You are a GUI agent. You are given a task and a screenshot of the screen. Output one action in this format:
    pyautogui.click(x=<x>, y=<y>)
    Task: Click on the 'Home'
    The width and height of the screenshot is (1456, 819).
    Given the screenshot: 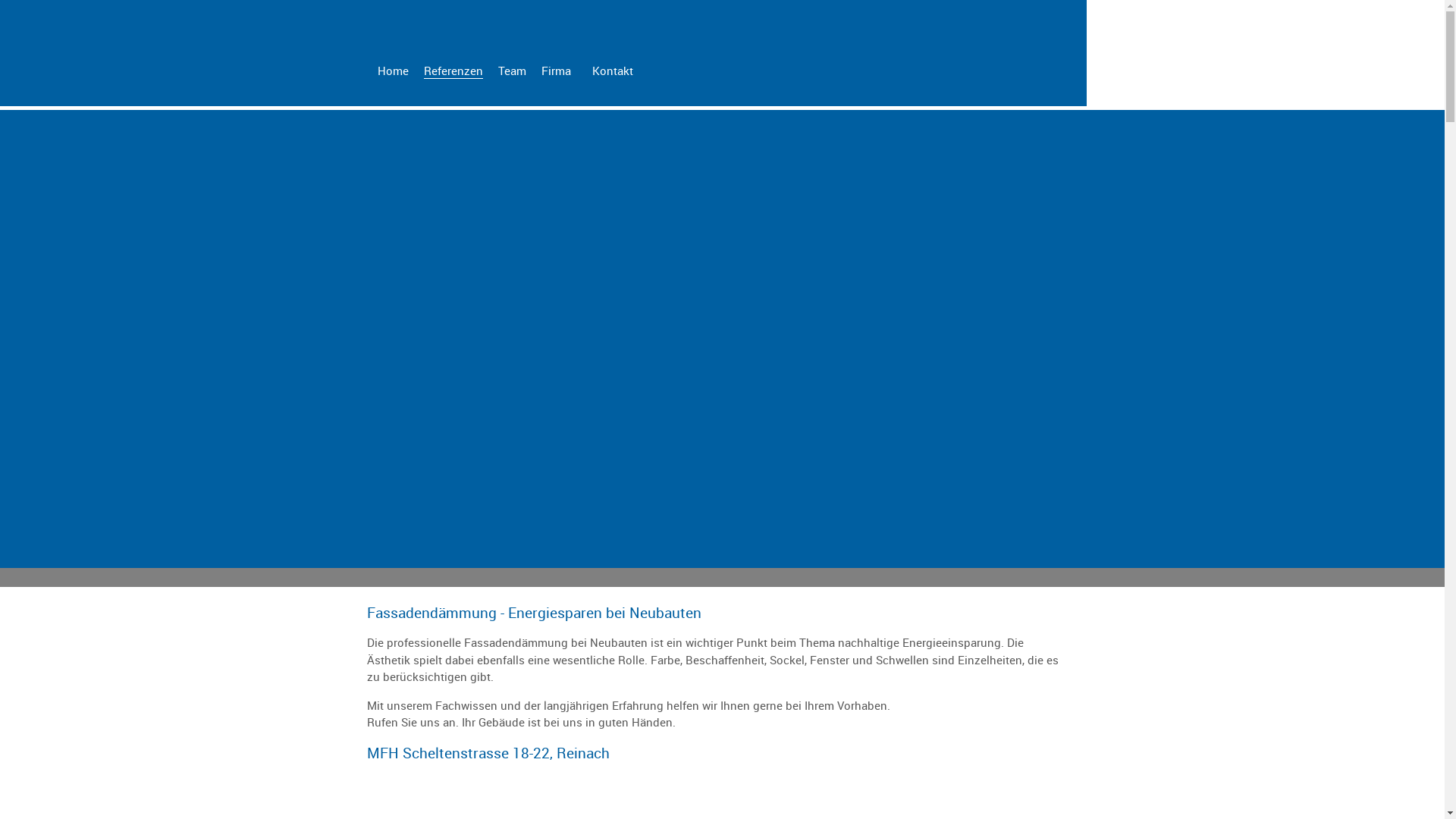 What is the action you would take?
    pyautogui.click(x=393, y=70)
    